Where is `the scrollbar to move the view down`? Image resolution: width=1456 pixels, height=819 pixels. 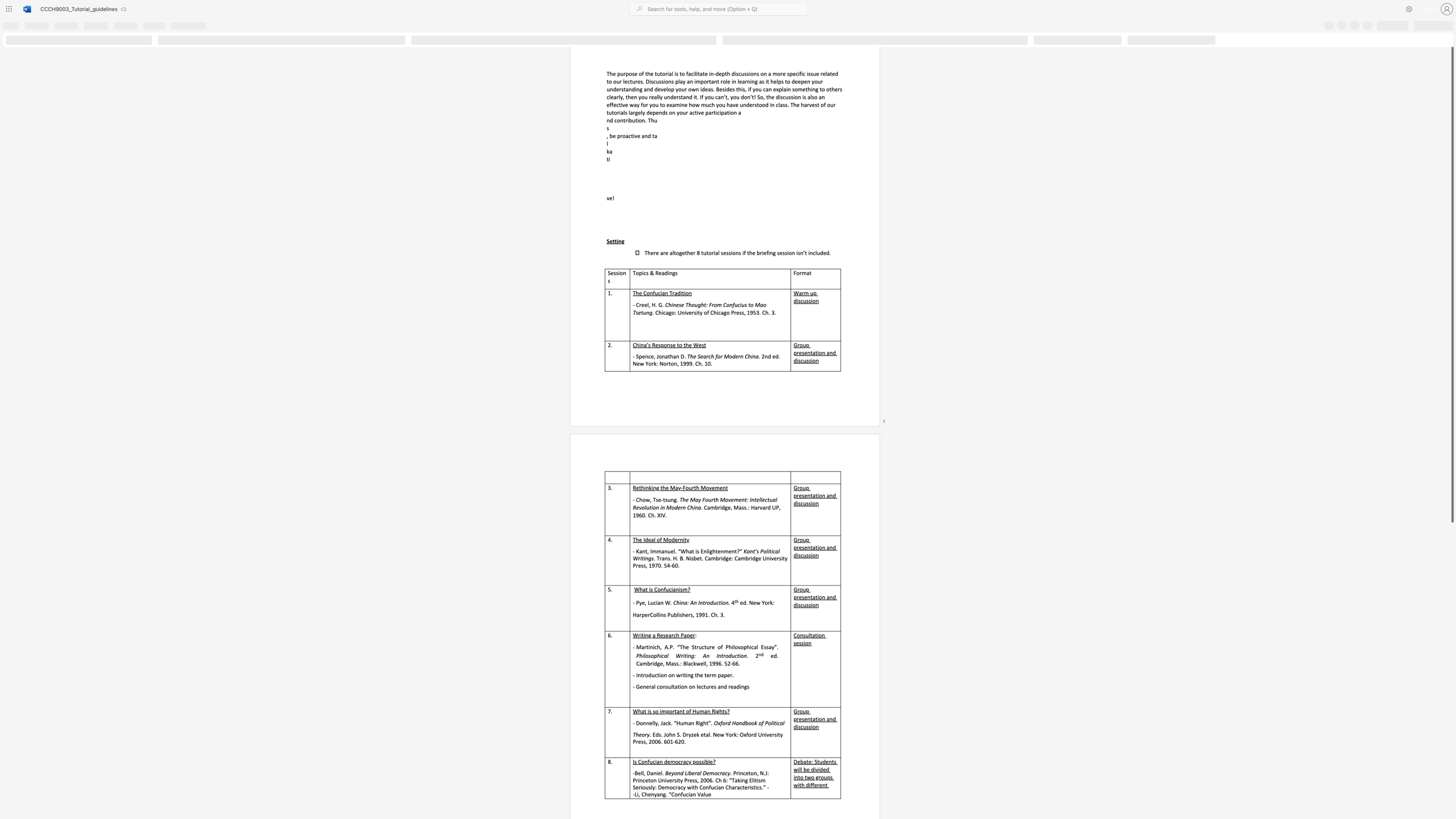
the scrollbar to move the view down is located at coordinates (1451, 690).